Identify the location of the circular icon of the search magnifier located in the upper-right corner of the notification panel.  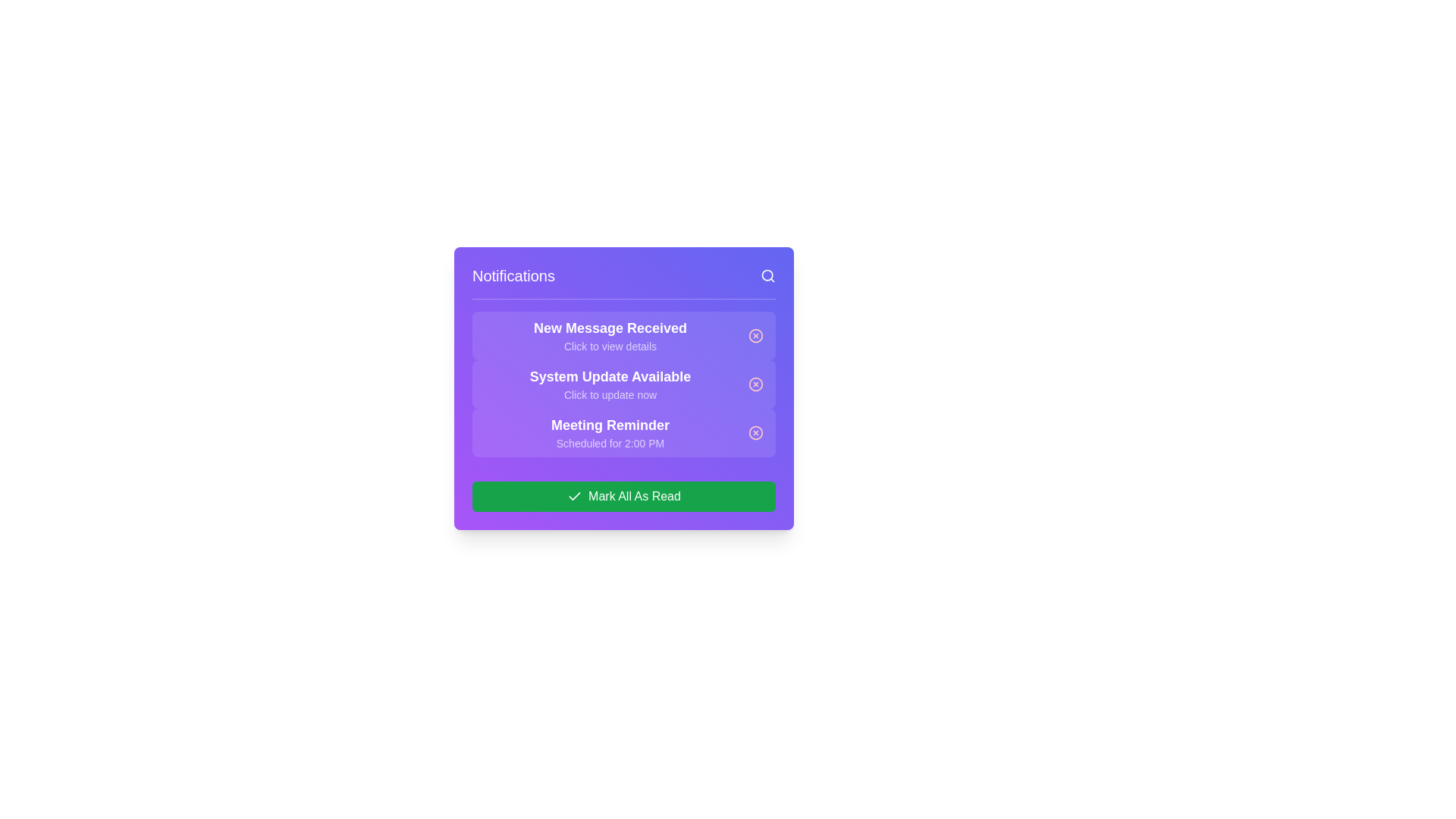
(767, 275).